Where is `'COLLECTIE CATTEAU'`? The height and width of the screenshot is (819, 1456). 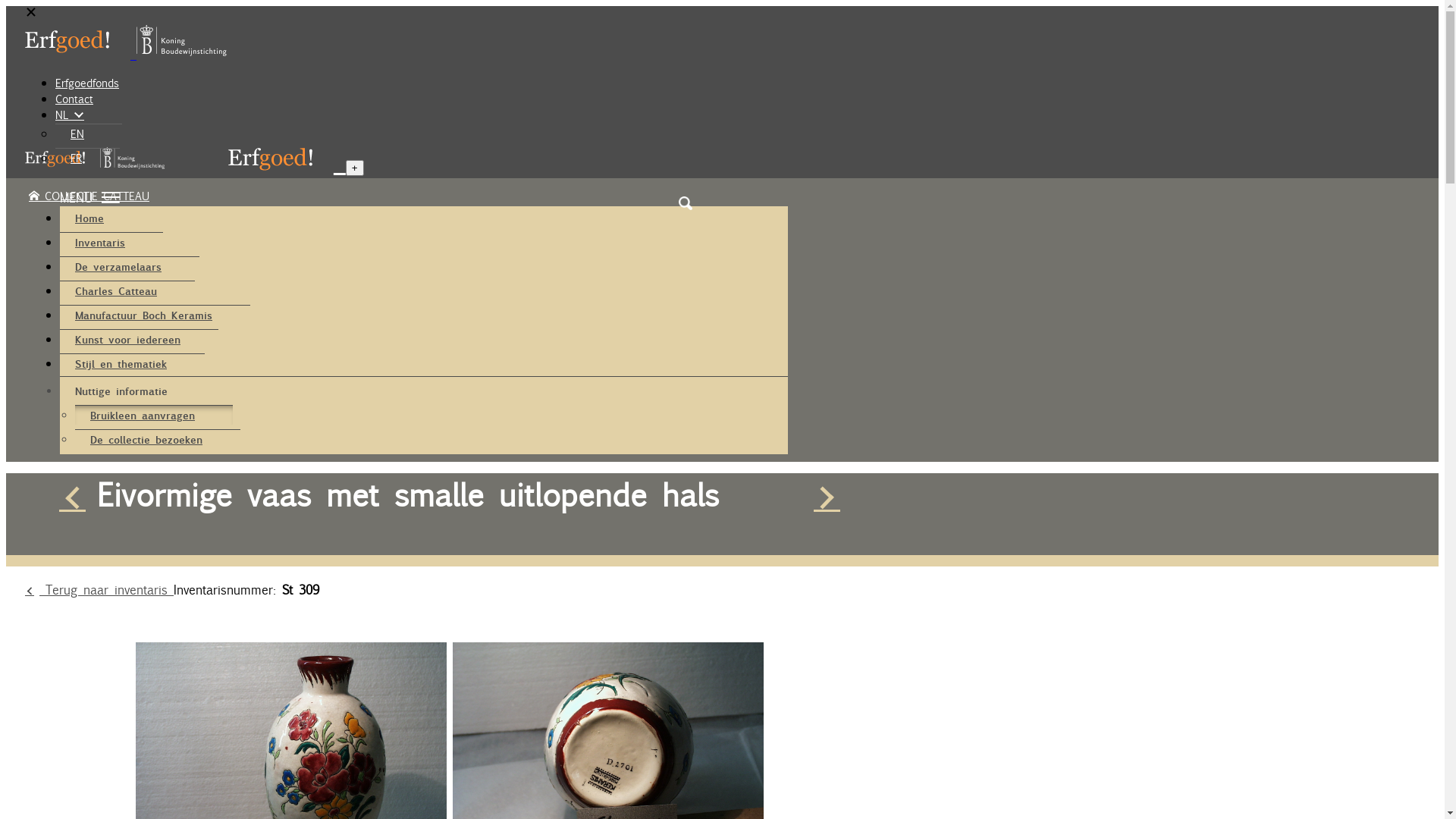
'COLLECTIE CATTEAU' is located at coordinates (88, 195).